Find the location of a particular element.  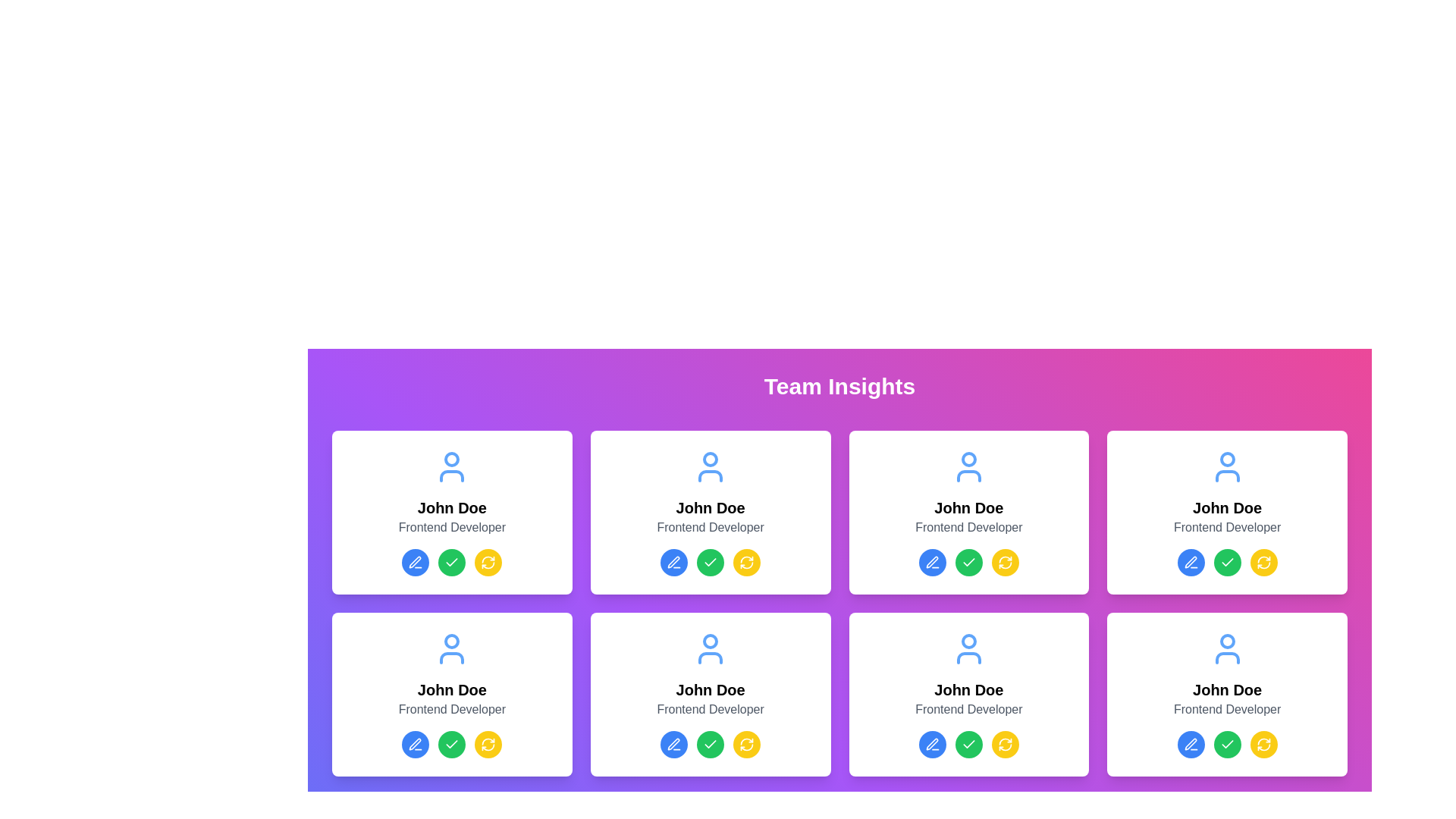

the confirmation icon button located in the profile card layout, specifically situated in the second row, first column, between the blue pencil icon and the yellow circular arrow icon is located at coordinates (451, 562).